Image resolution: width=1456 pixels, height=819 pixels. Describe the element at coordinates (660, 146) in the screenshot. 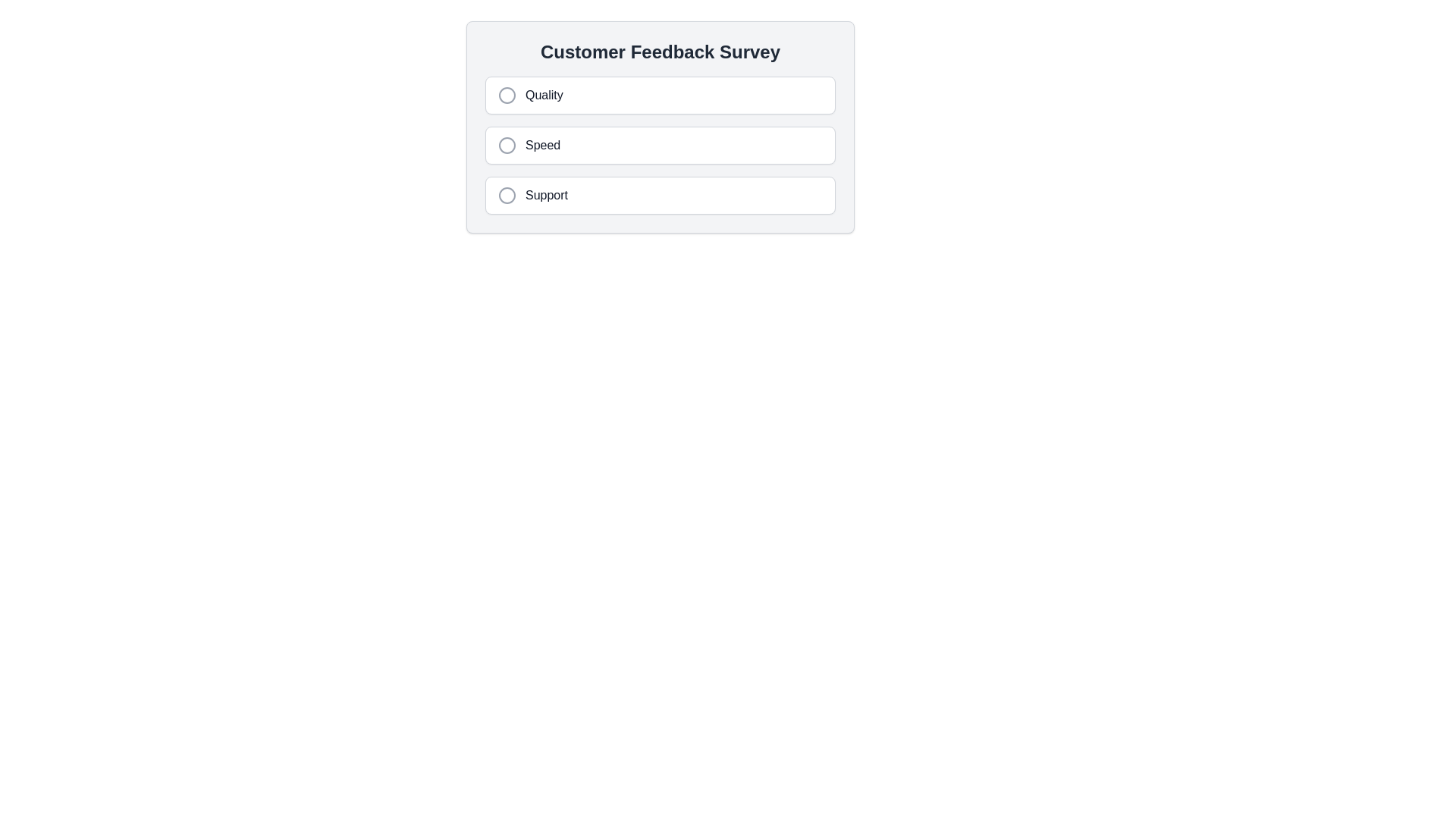

I see `the 'Speed' radio button option in the feedback survey` at that location.